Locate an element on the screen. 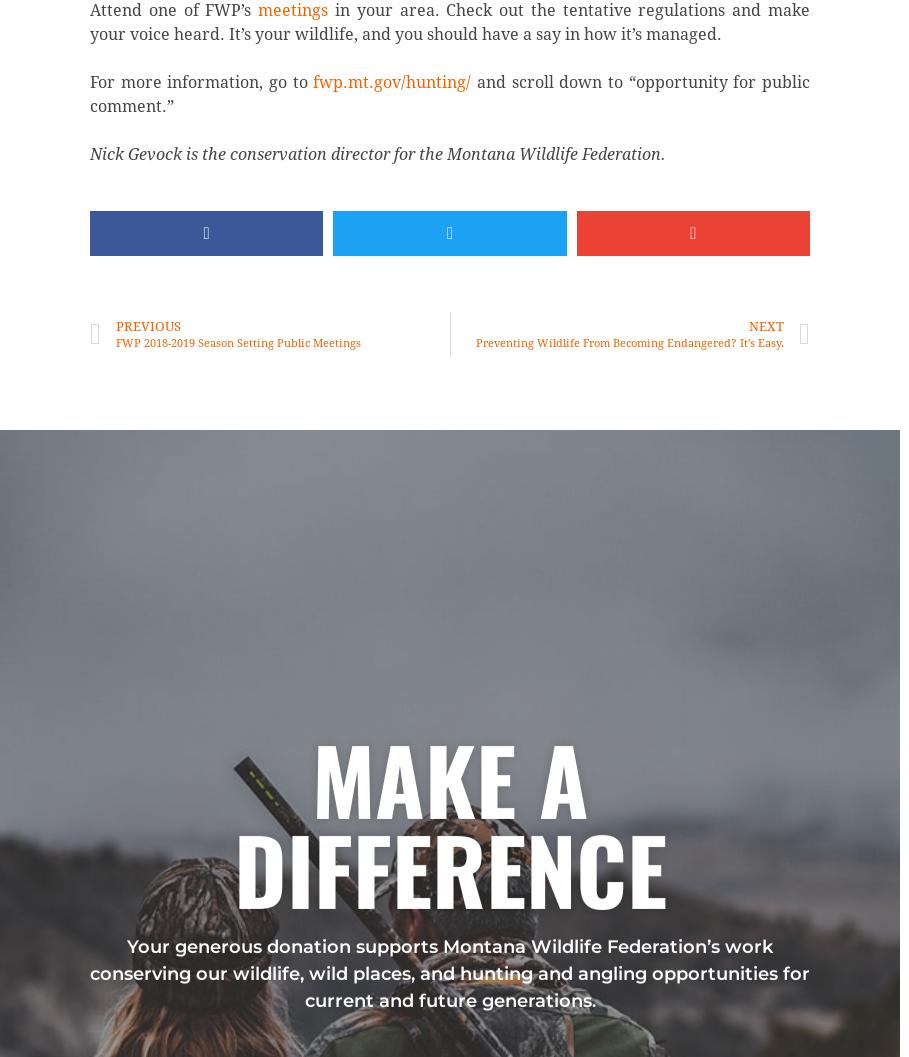 The image size is (909, 1057). 'For more information, go to' is located at coordinates (201, 81).